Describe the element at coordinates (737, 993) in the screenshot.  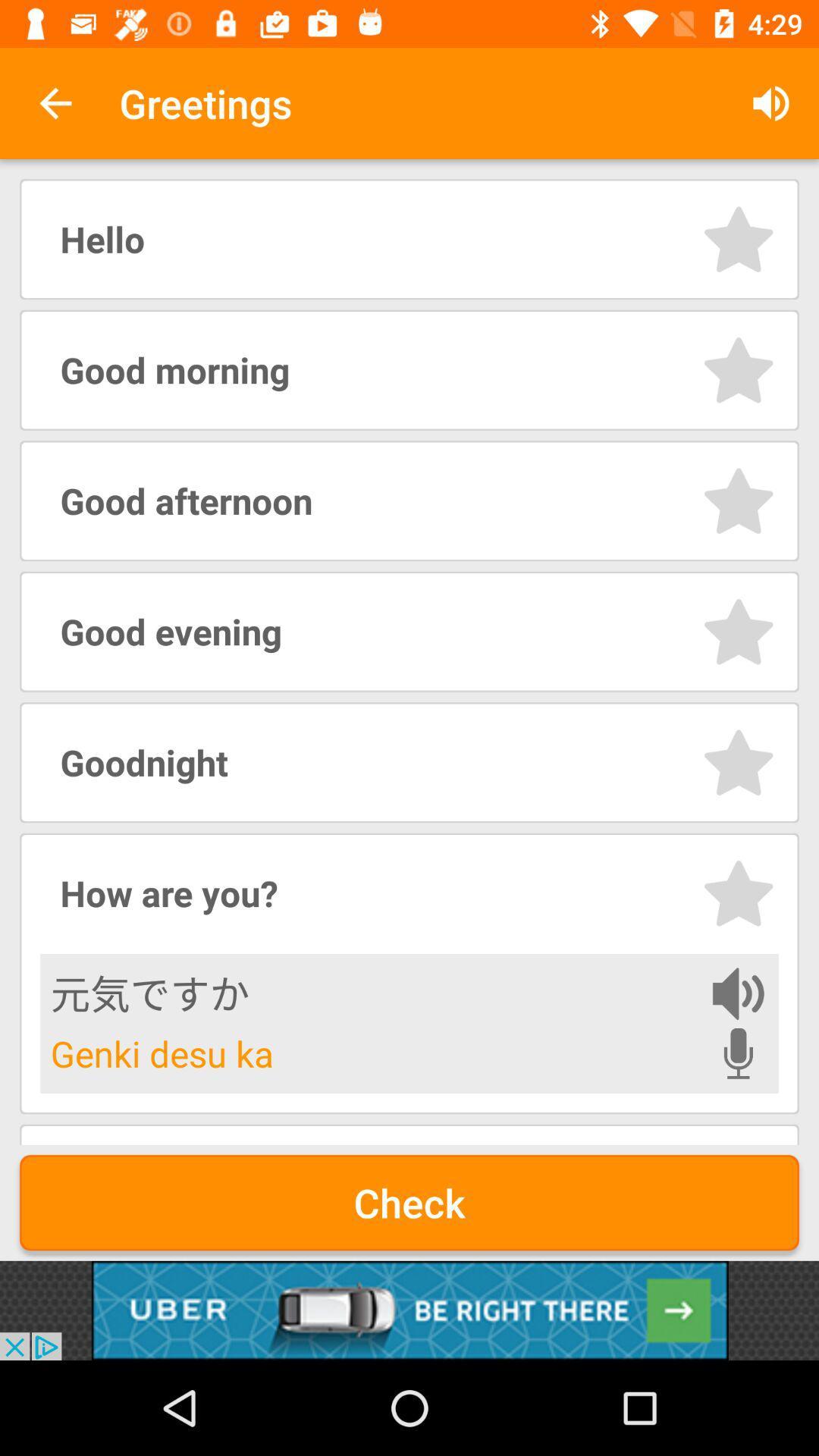
I see `listen to the pronunciation of the phrase` at that location.